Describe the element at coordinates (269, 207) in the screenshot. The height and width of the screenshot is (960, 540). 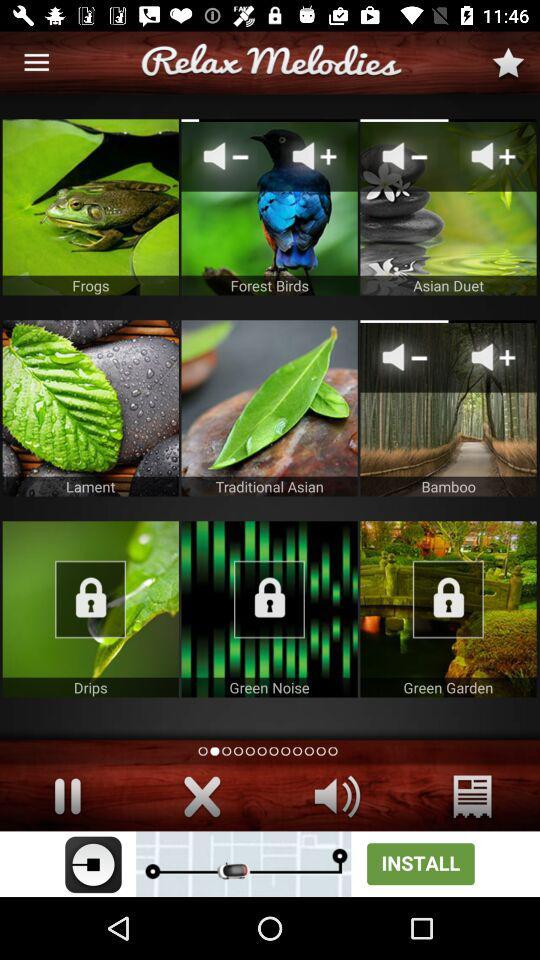
I see `click forest birds app` at that location.